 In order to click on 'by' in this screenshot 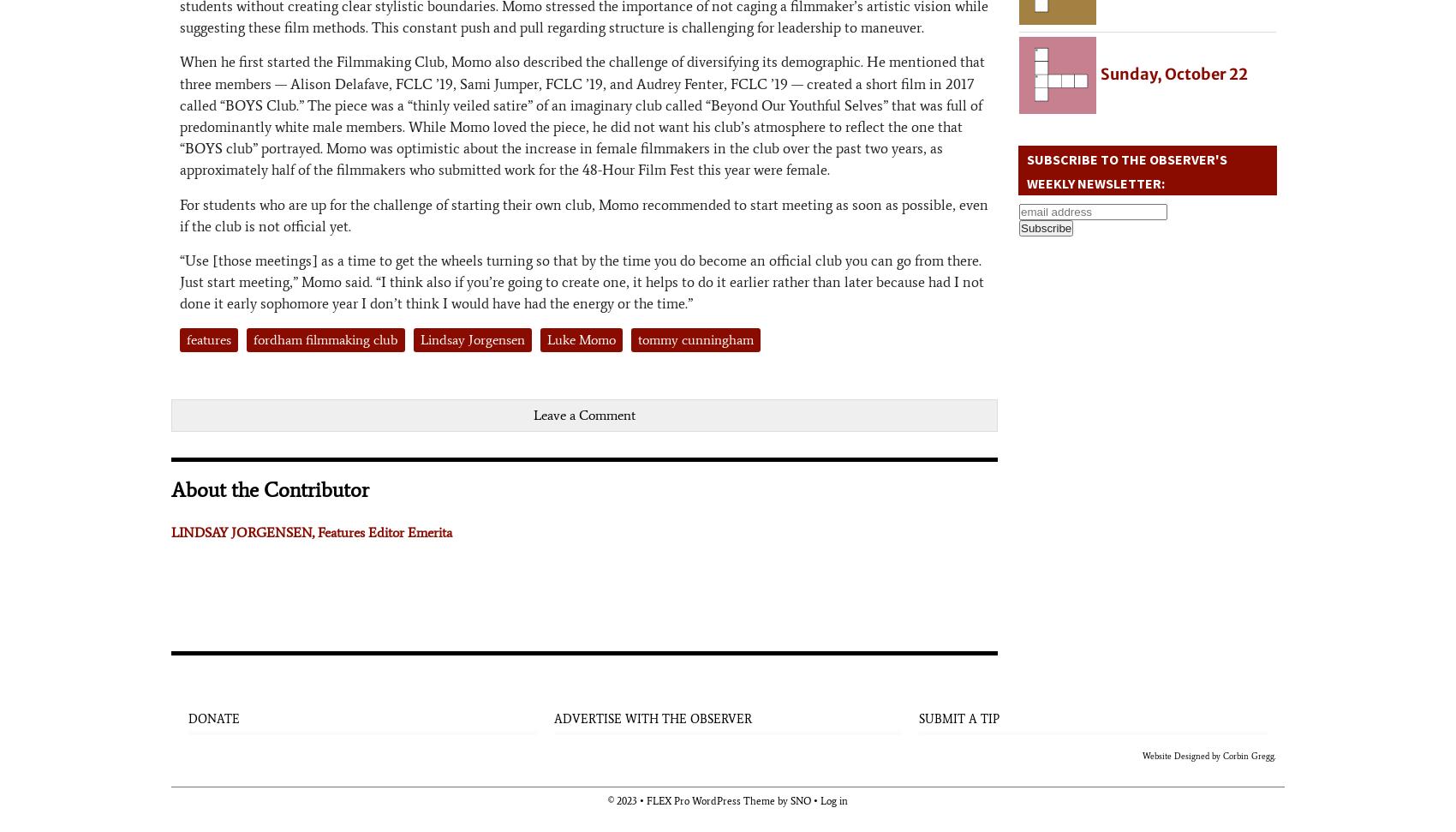, I will do `click(782, 799)`.